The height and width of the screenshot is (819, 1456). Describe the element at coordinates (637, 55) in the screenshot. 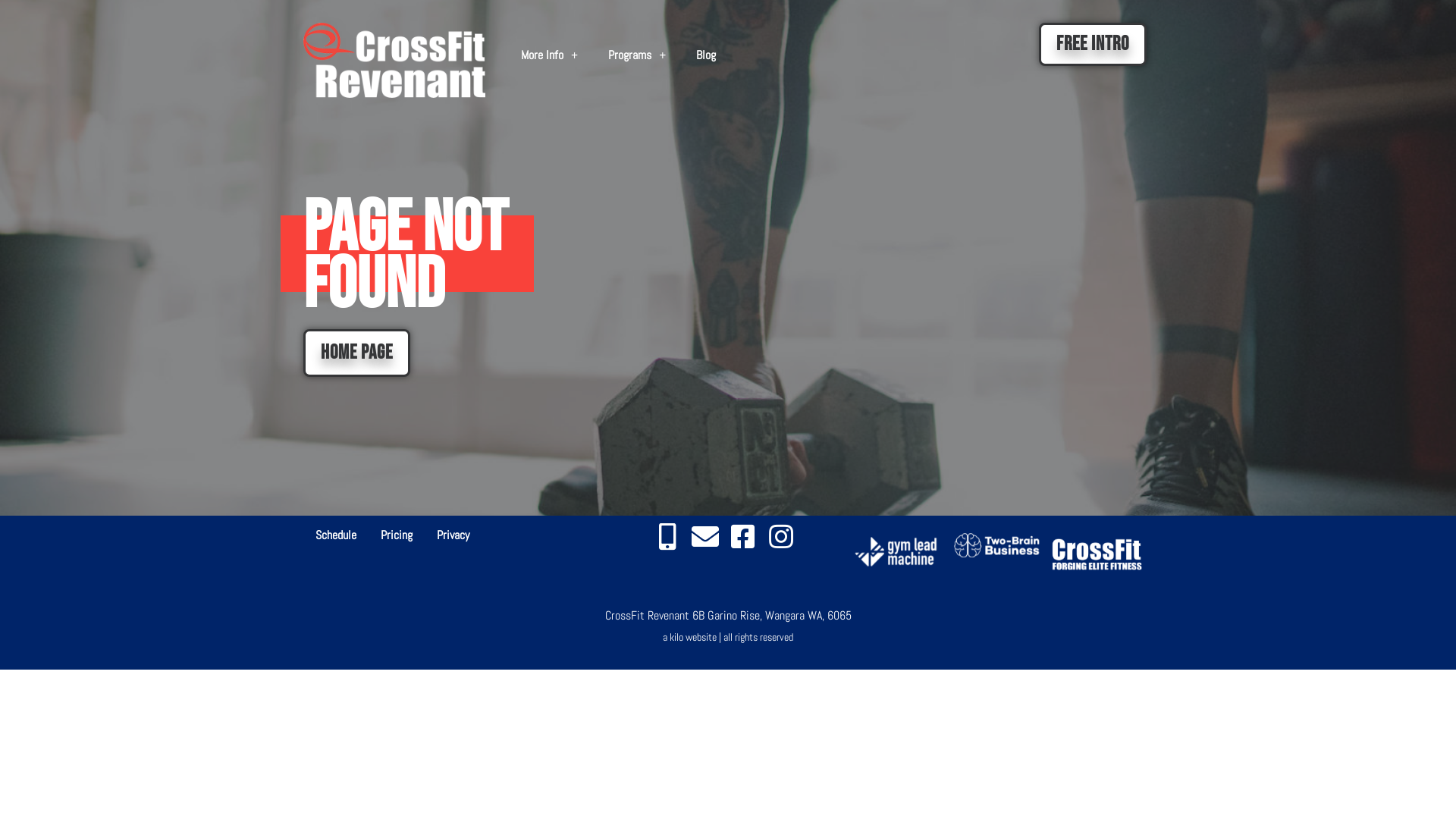

I see `'Programs'` at that location.